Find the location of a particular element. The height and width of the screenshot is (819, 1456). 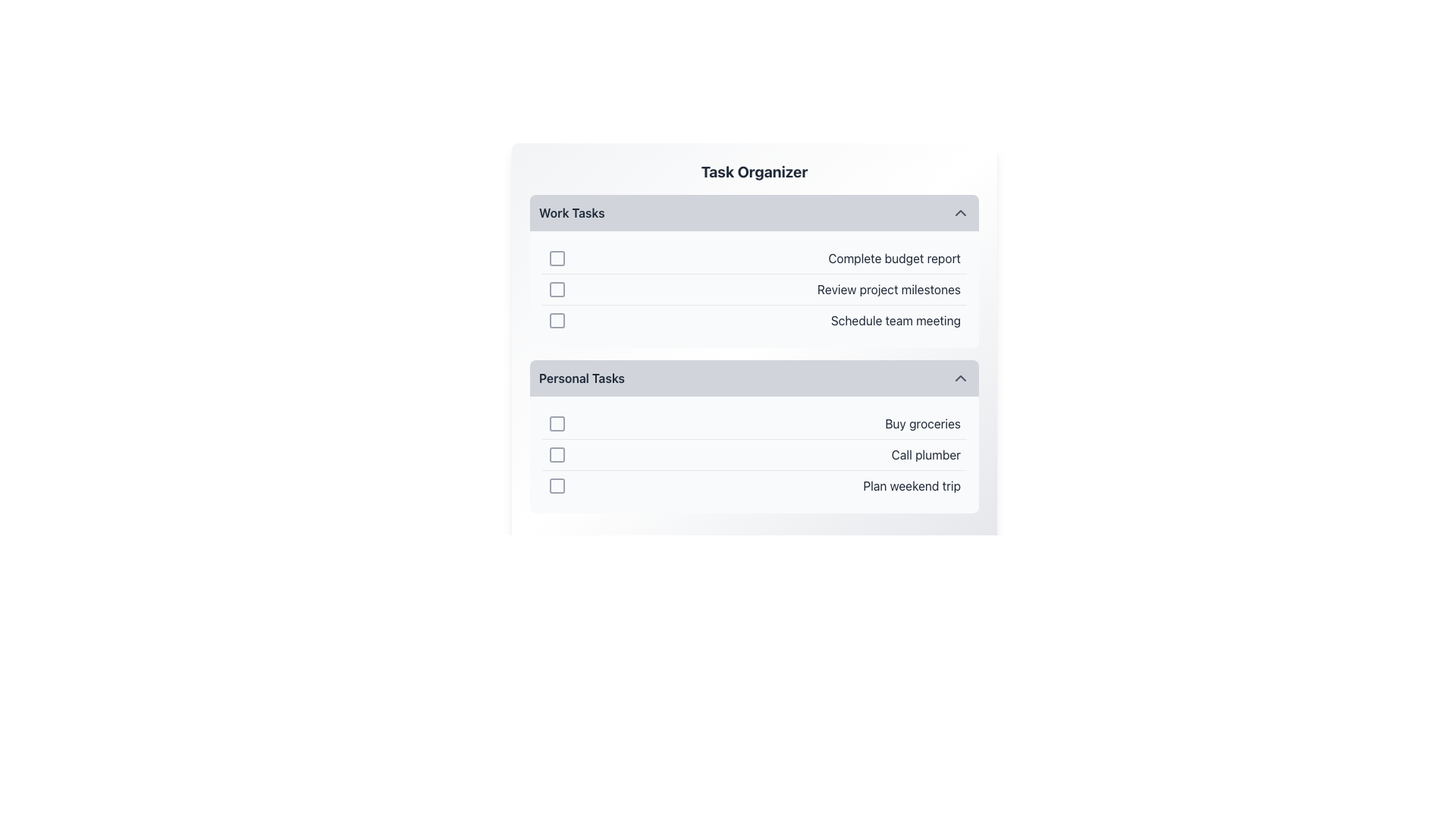

the 'Call plumber' task label located in the 'Personal Tasks' section, which is the middle item in a three-item list next to an interactive checkbox is located at coordinates (925, 454).